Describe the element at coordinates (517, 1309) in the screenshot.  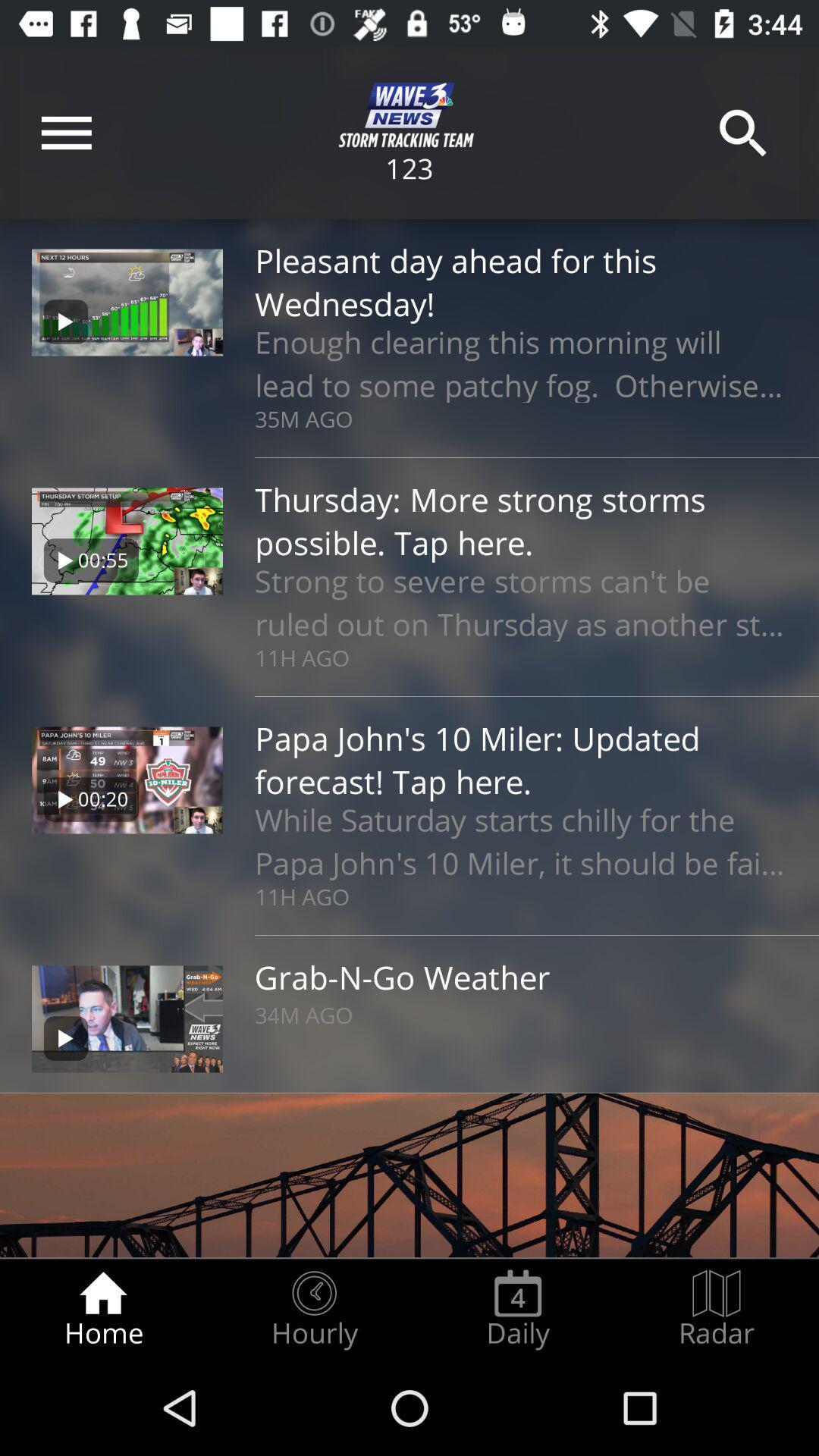
I see `item to the right of the hourly icon` at that location.